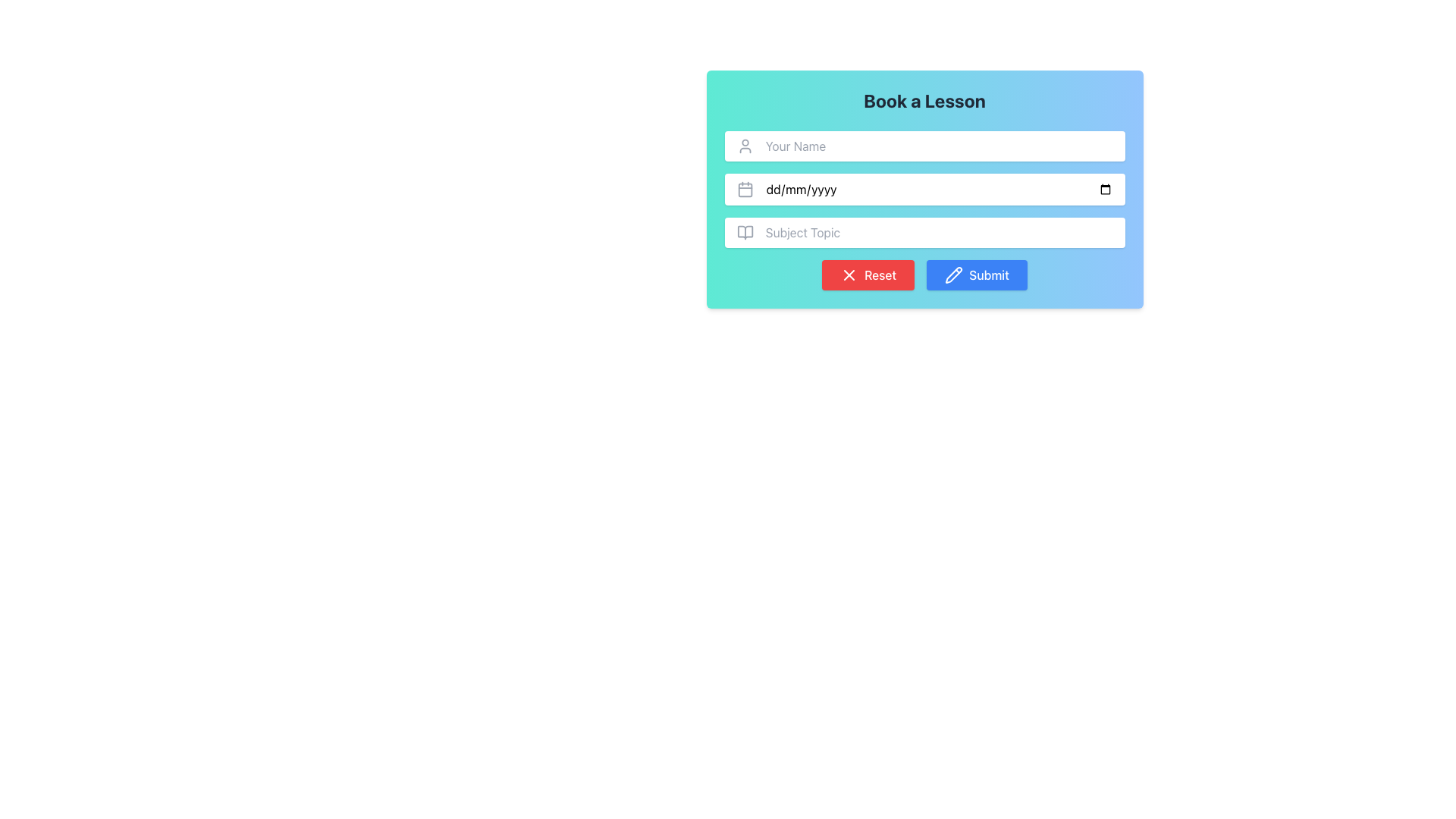  I want to click on the editing or confirmation icon located within the 'Submit' button area, which is positioned at the bottom right of the form, so click(953, 275).